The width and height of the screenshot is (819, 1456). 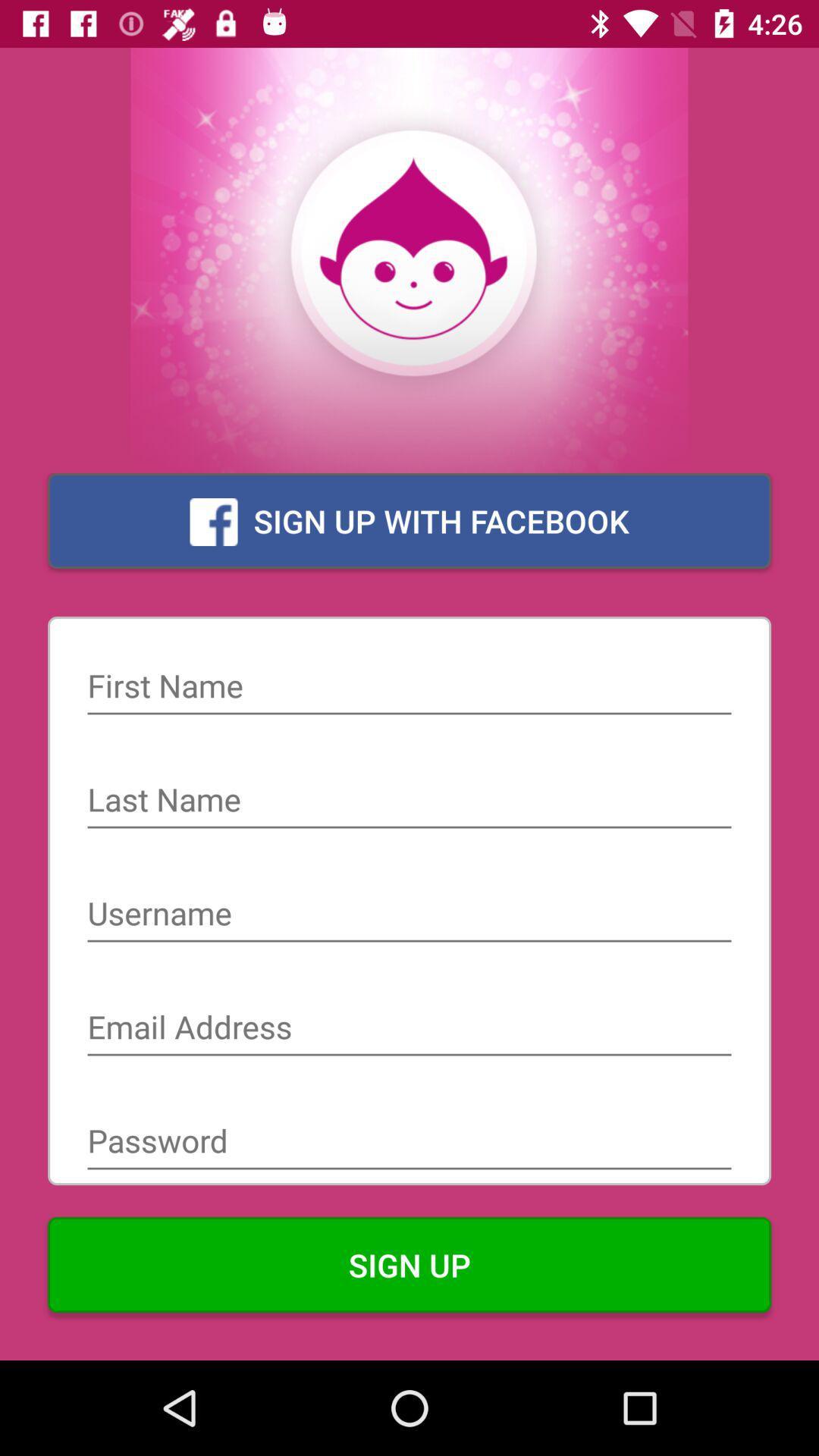 I want to click on username textbox, so click(x=409, y=915).